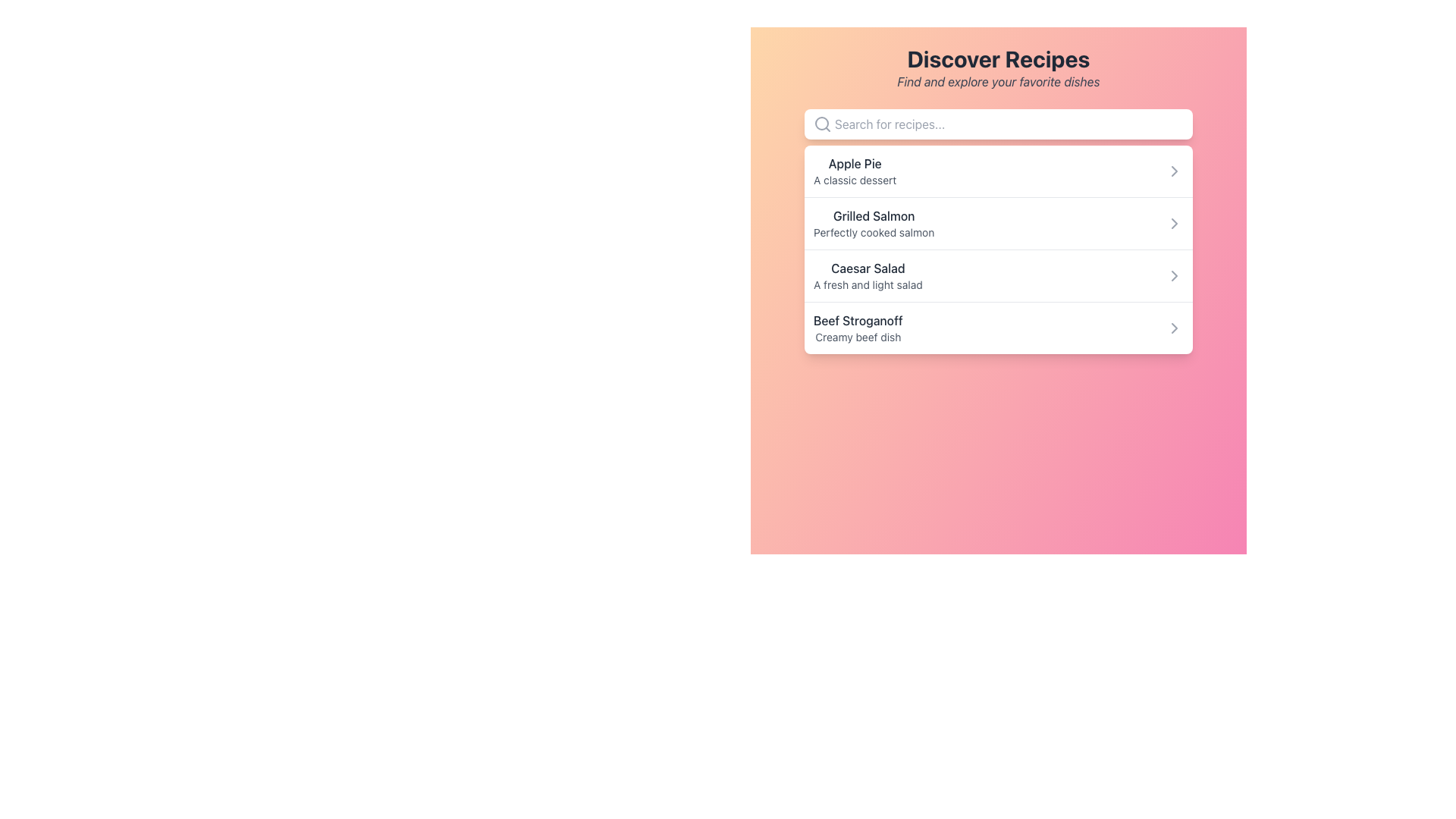 This screenshot has width=1456, height=819. Describe the element at coordinates (874, 223) in the screenshot. I see `the 'Grilled Salmon' title and description element` at that location.